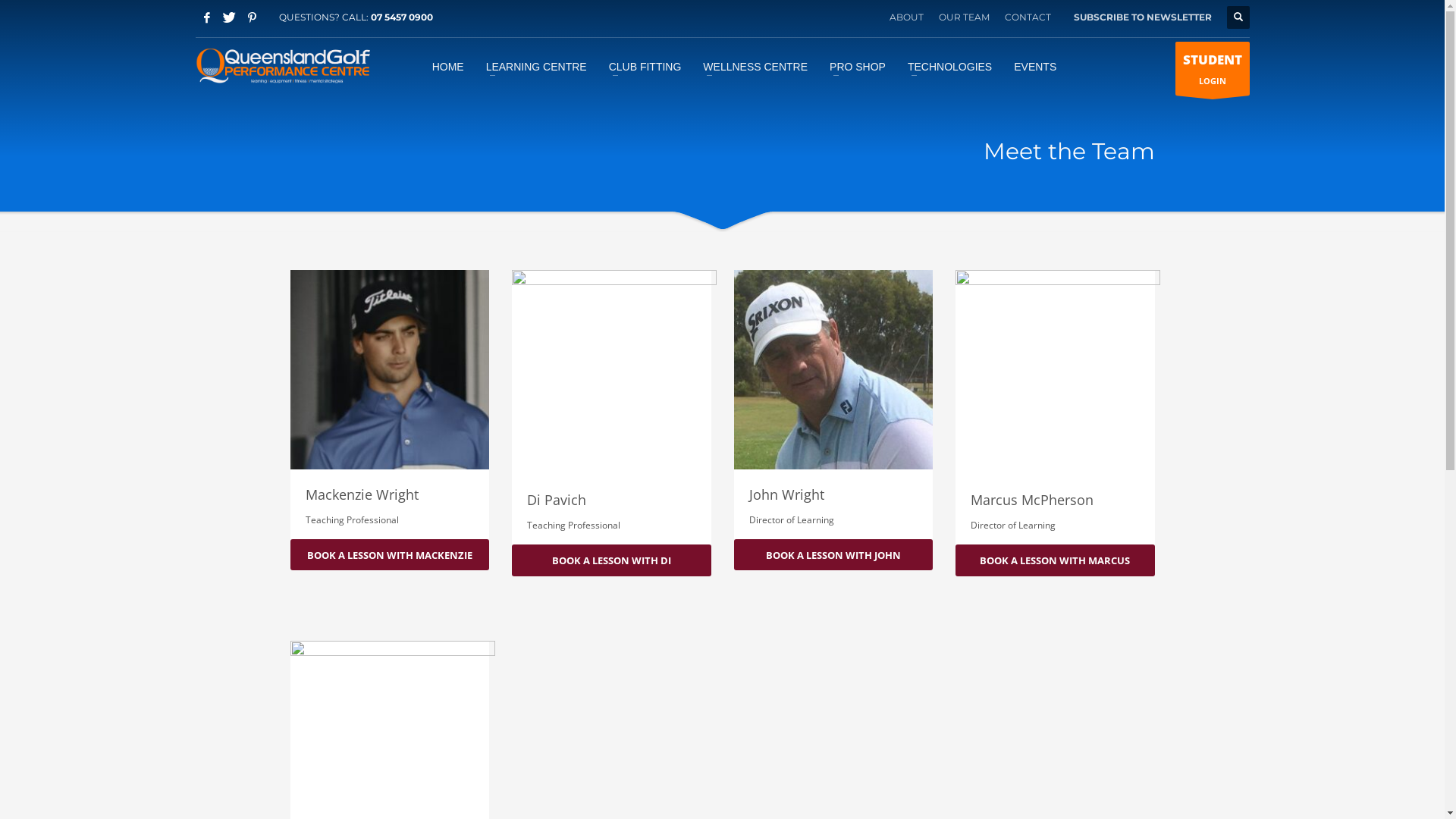 The image size is (1456, 819). What do you see at coordinates (389, 403) in the screenshot?
I see `'Mackenzie Wright` at bounding box center [389, 403].